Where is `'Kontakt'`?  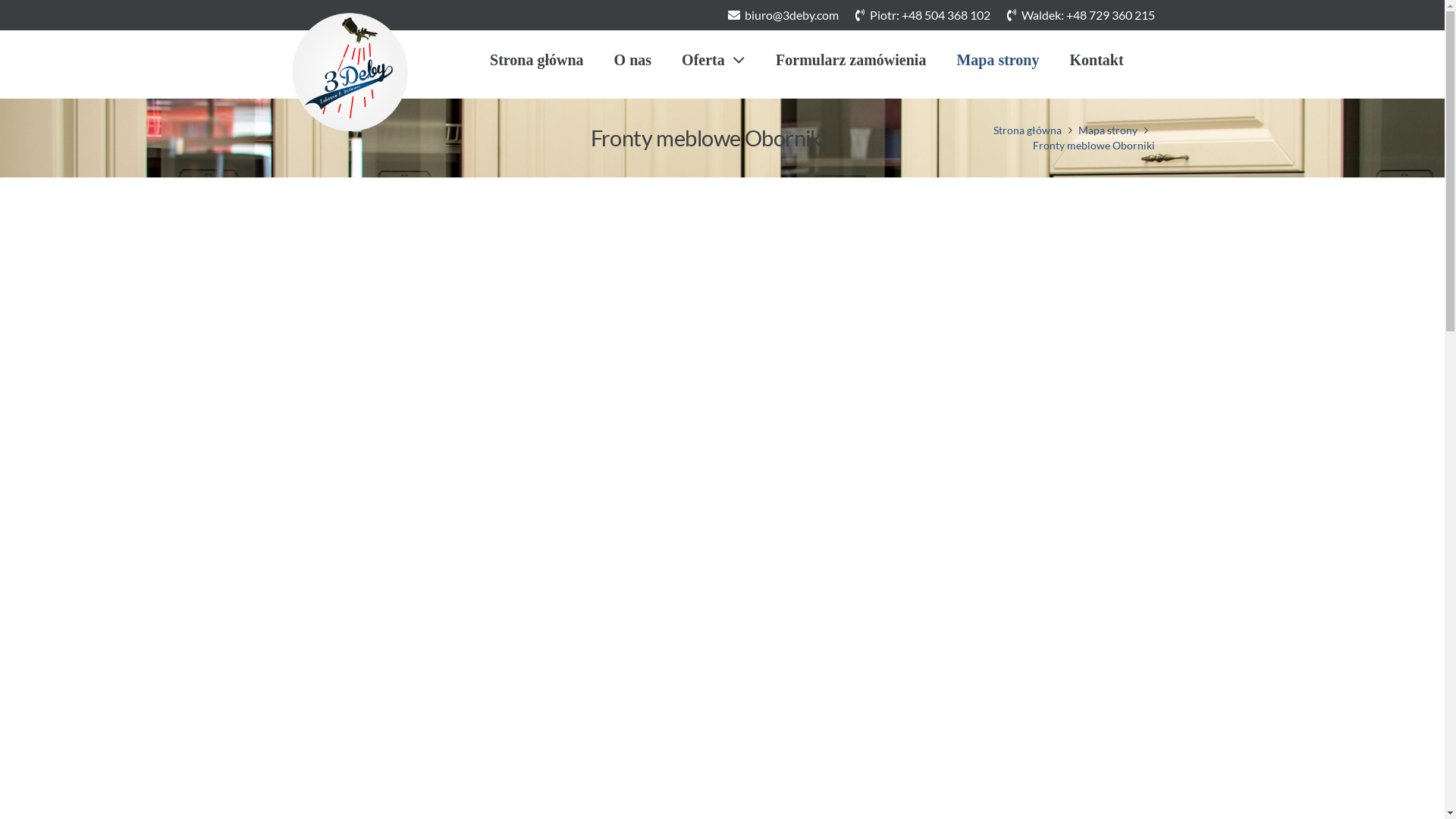 'Kontakt' is located at coordinates (1096, 58).